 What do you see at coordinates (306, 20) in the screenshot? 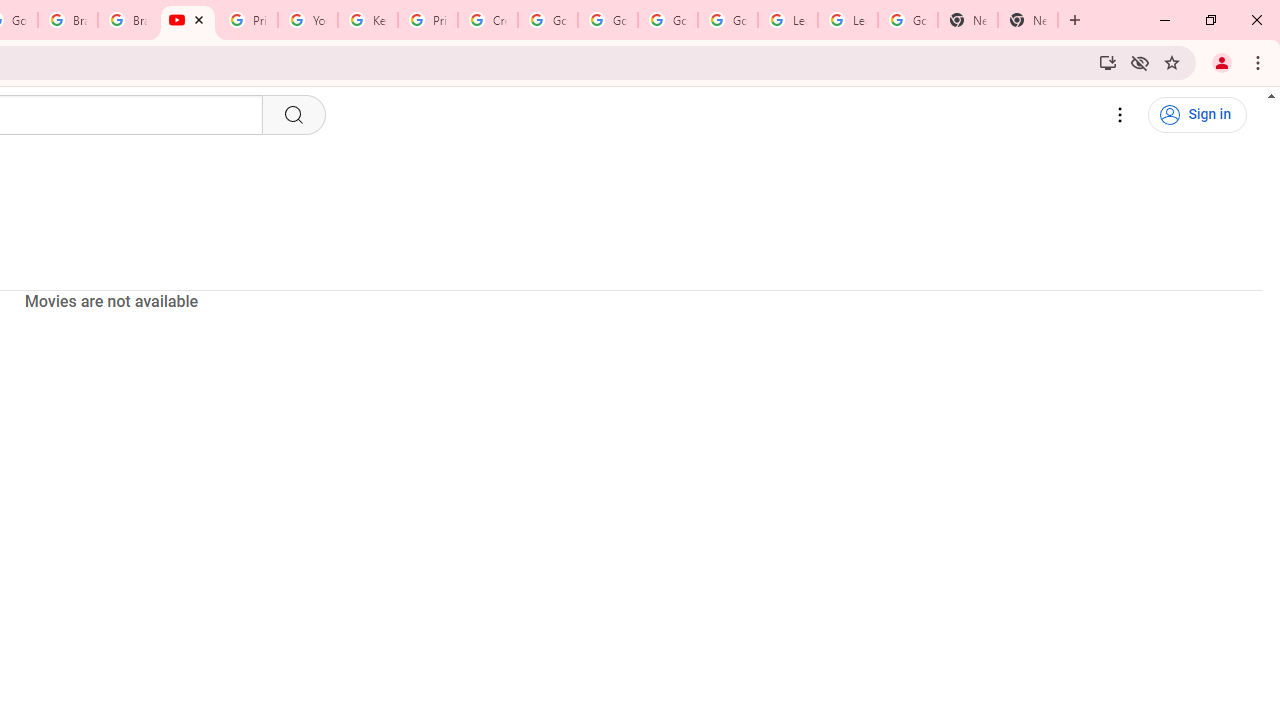
I see `'YouTube'` at bounding box center [306, 20].